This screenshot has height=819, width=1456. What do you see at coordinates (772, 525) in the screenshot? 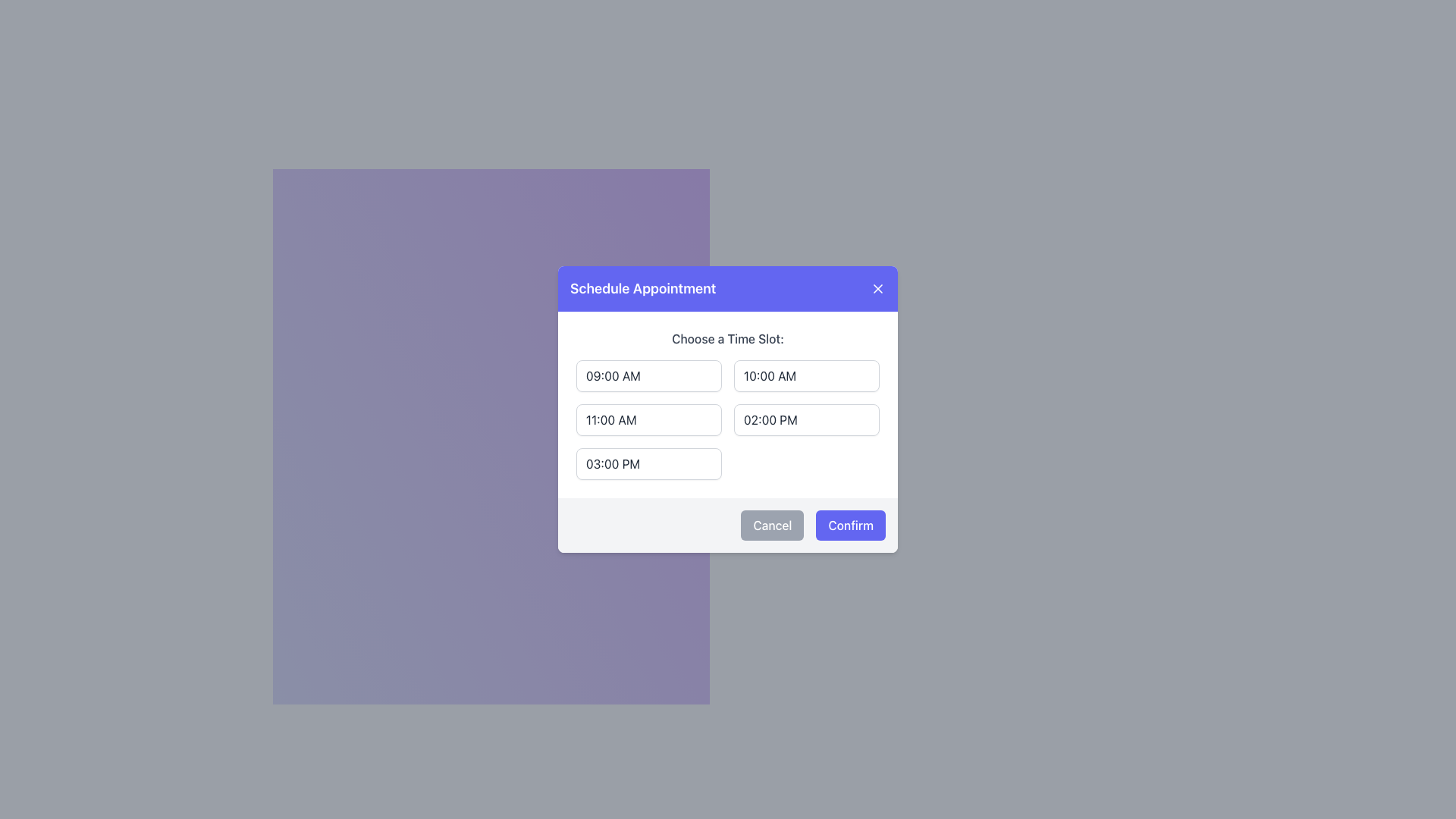
I see `the 'Cancel' button with rounded corners, light gray background, and white text located at the bottom-right of the modal dialog` at bounding box center [772, 525].